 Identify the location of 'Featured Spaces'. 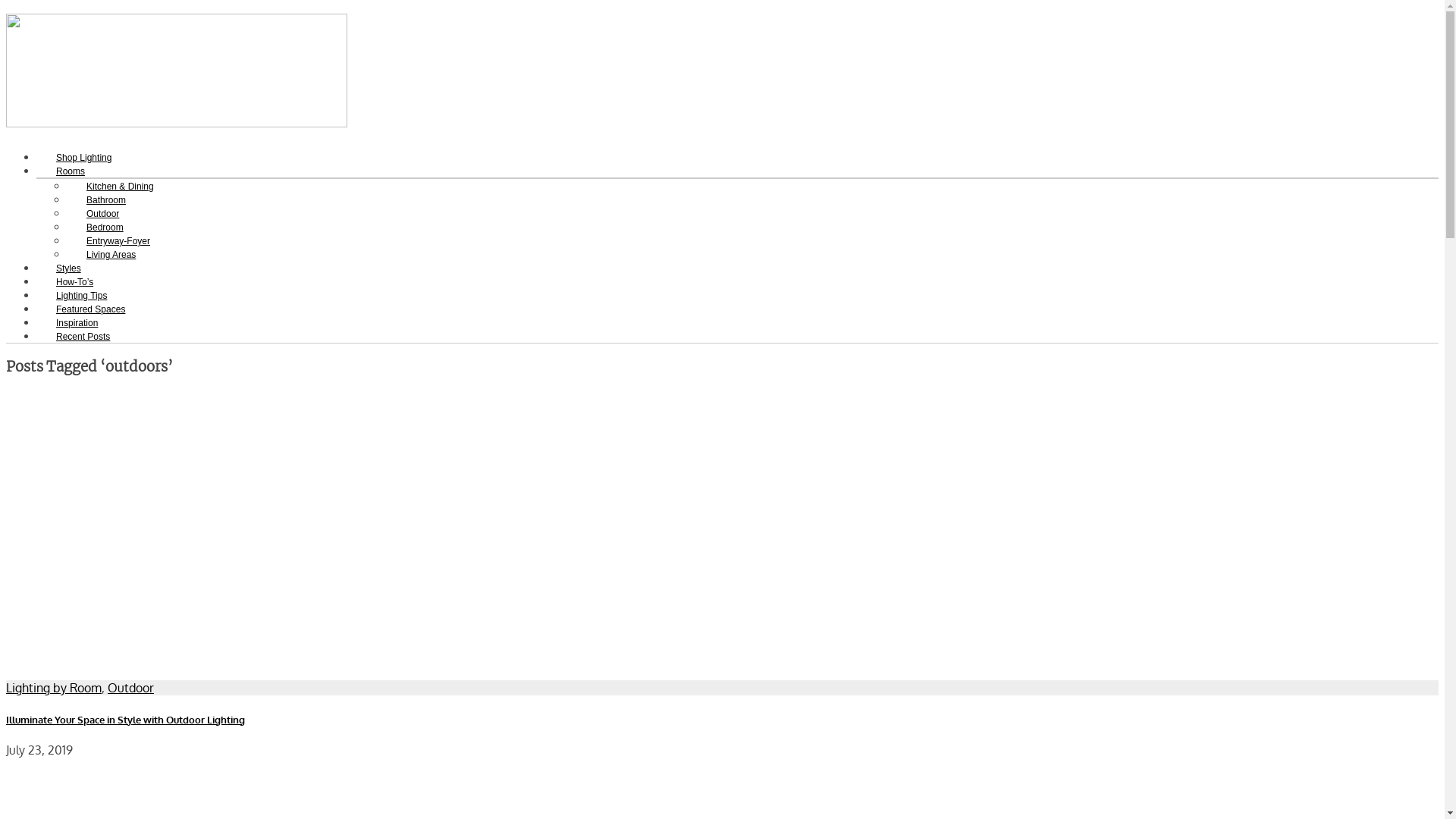
(36, 309).